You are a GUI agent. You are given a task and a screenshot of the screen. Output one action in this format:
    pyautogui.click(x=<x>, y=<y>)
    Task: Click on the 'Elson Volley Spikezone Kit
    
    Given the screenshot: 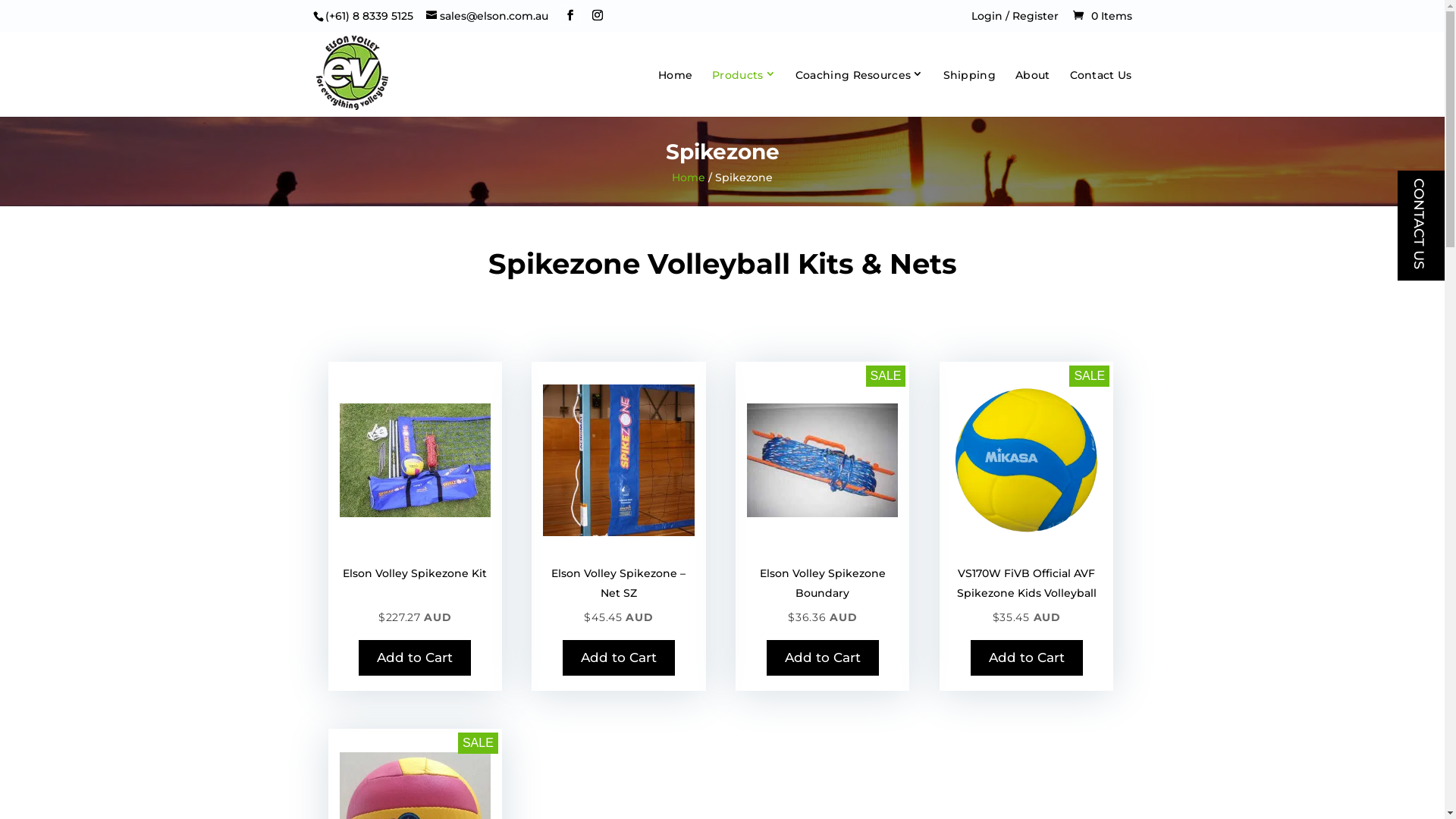 What is the action you would take?
    pyautogui.click(x=415, y=604)
    